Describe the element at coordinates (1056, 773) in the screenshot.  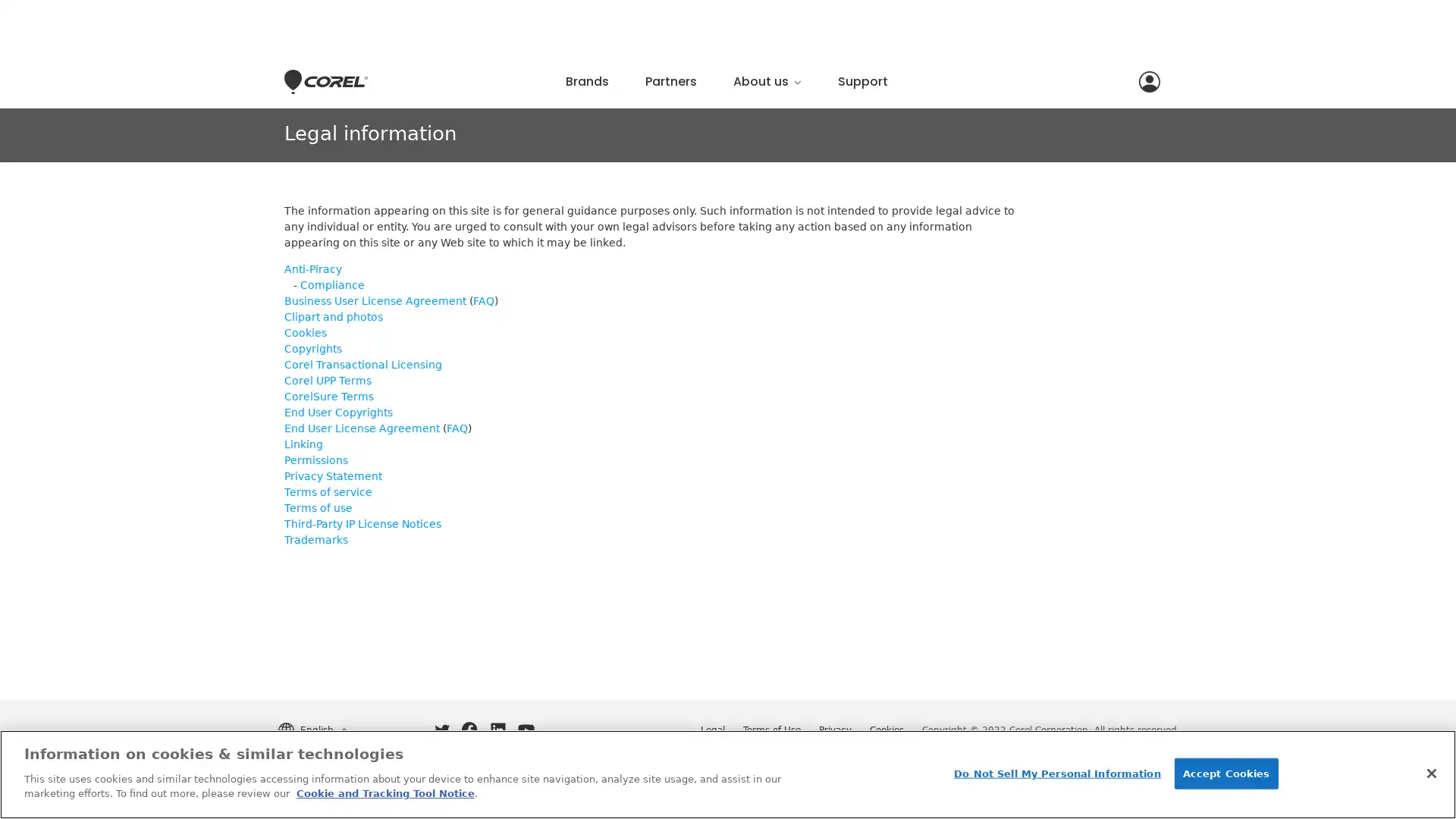
I see `Do Not Sell My Personal Information` at that location.